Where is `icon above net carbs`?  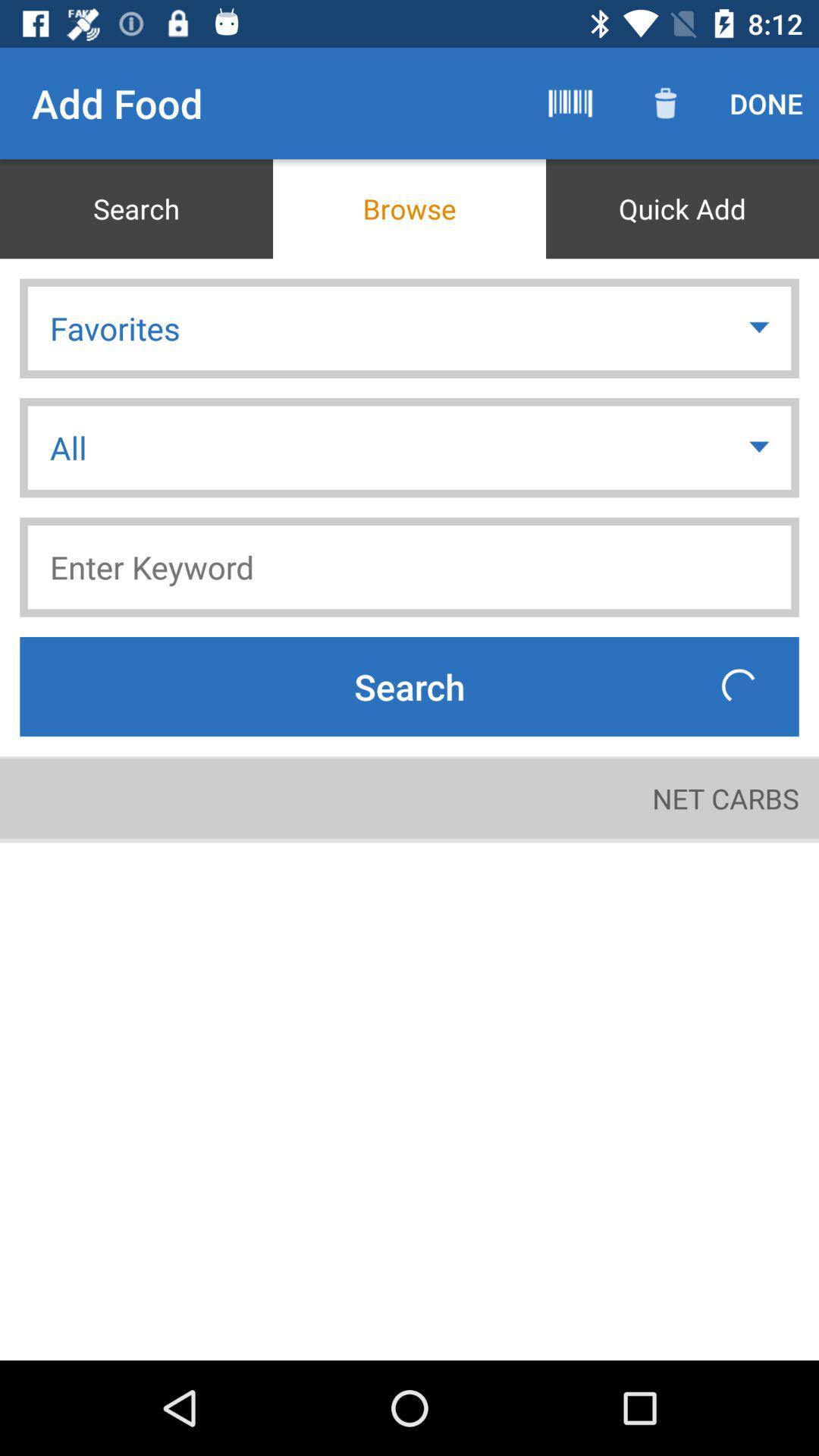
icon above net carbs is located at coordinates (739, 686).